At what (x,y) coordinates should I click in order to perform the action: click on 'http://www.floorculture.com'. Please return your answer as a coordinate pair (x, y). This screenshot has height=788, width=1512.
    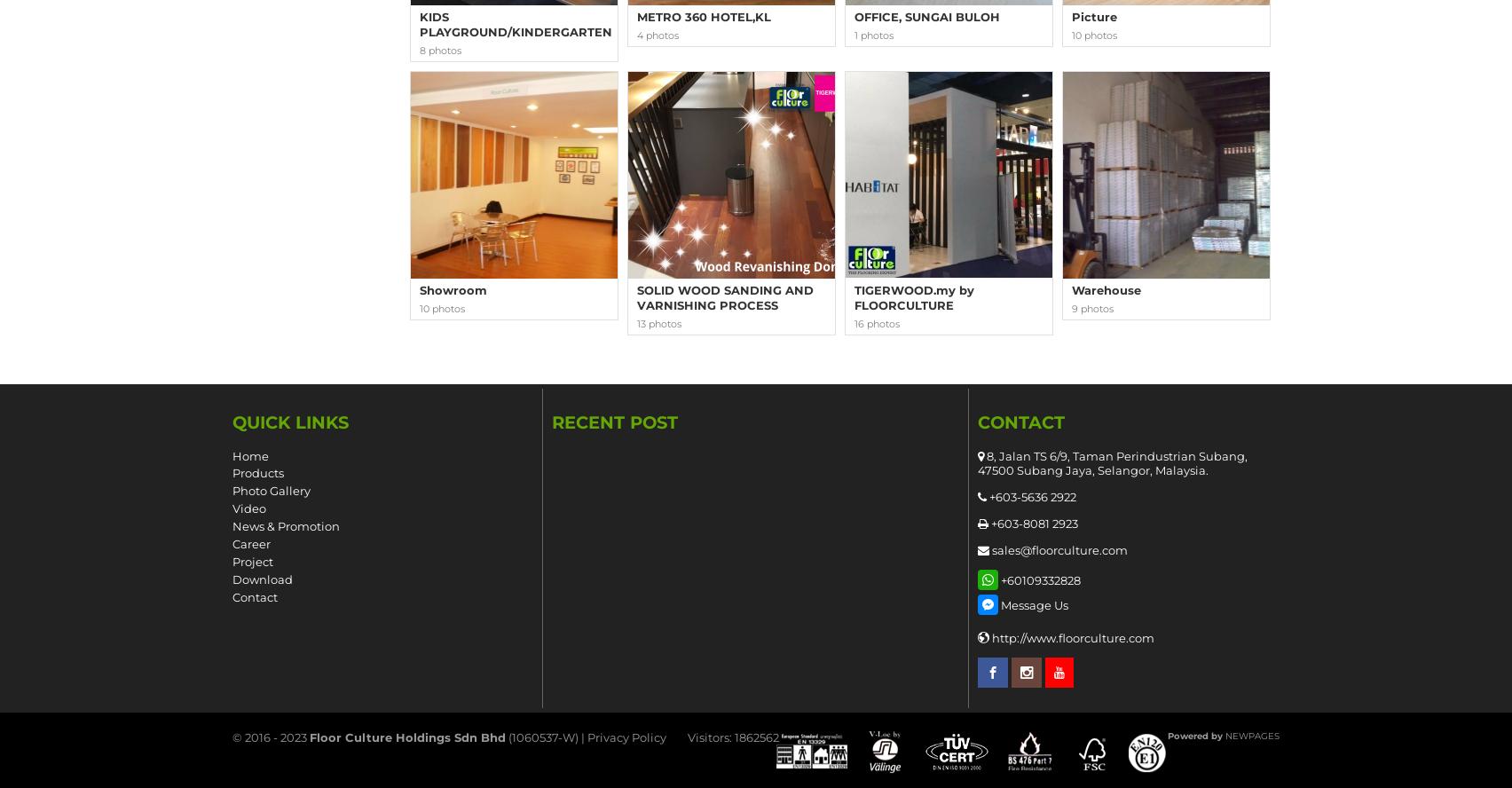
    Looking at the image, I should click on (990, 638).